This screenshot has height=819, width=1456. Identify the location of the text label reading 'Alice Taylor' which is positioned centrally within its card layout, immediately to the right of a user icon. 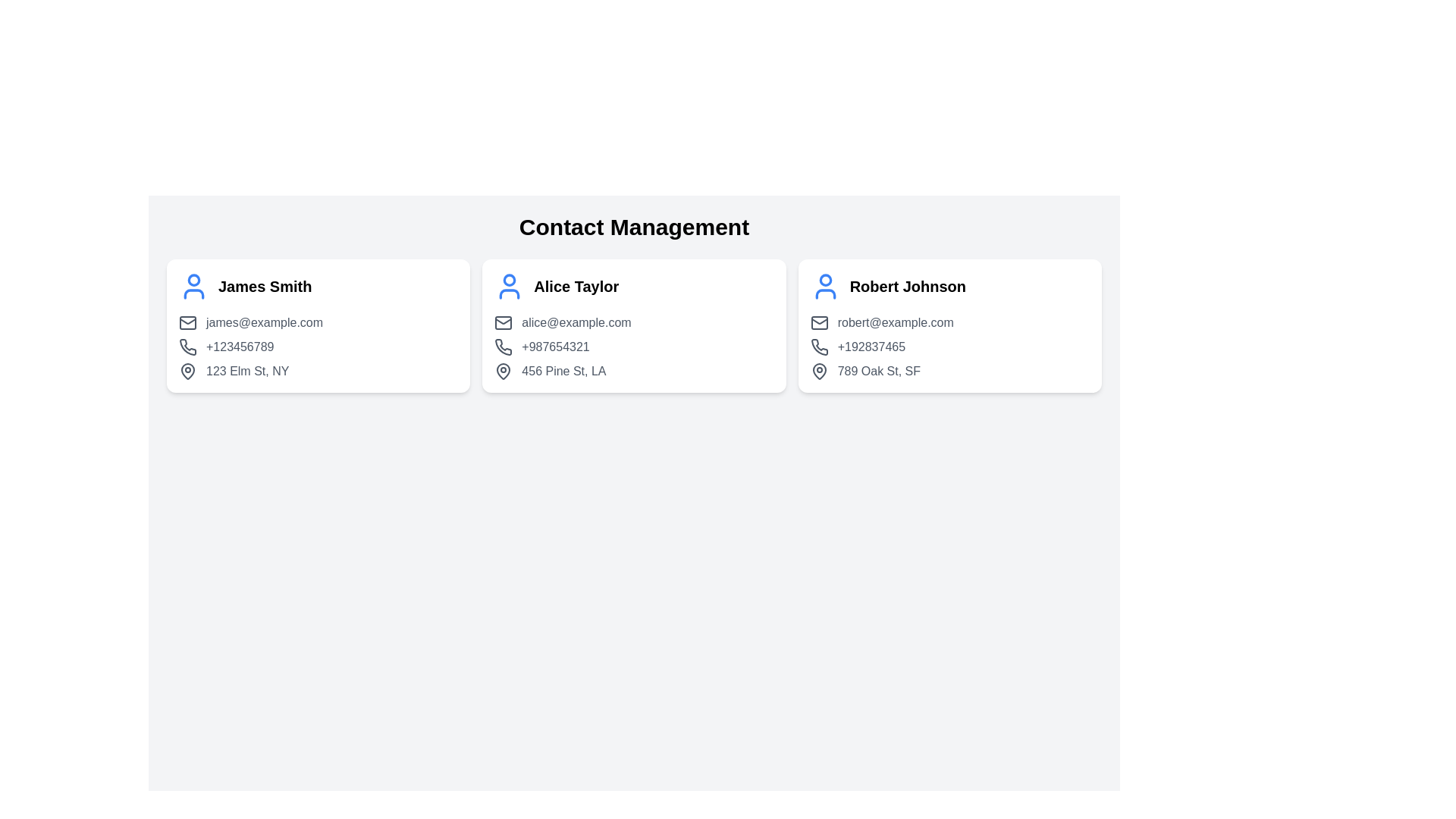
(576, 287).